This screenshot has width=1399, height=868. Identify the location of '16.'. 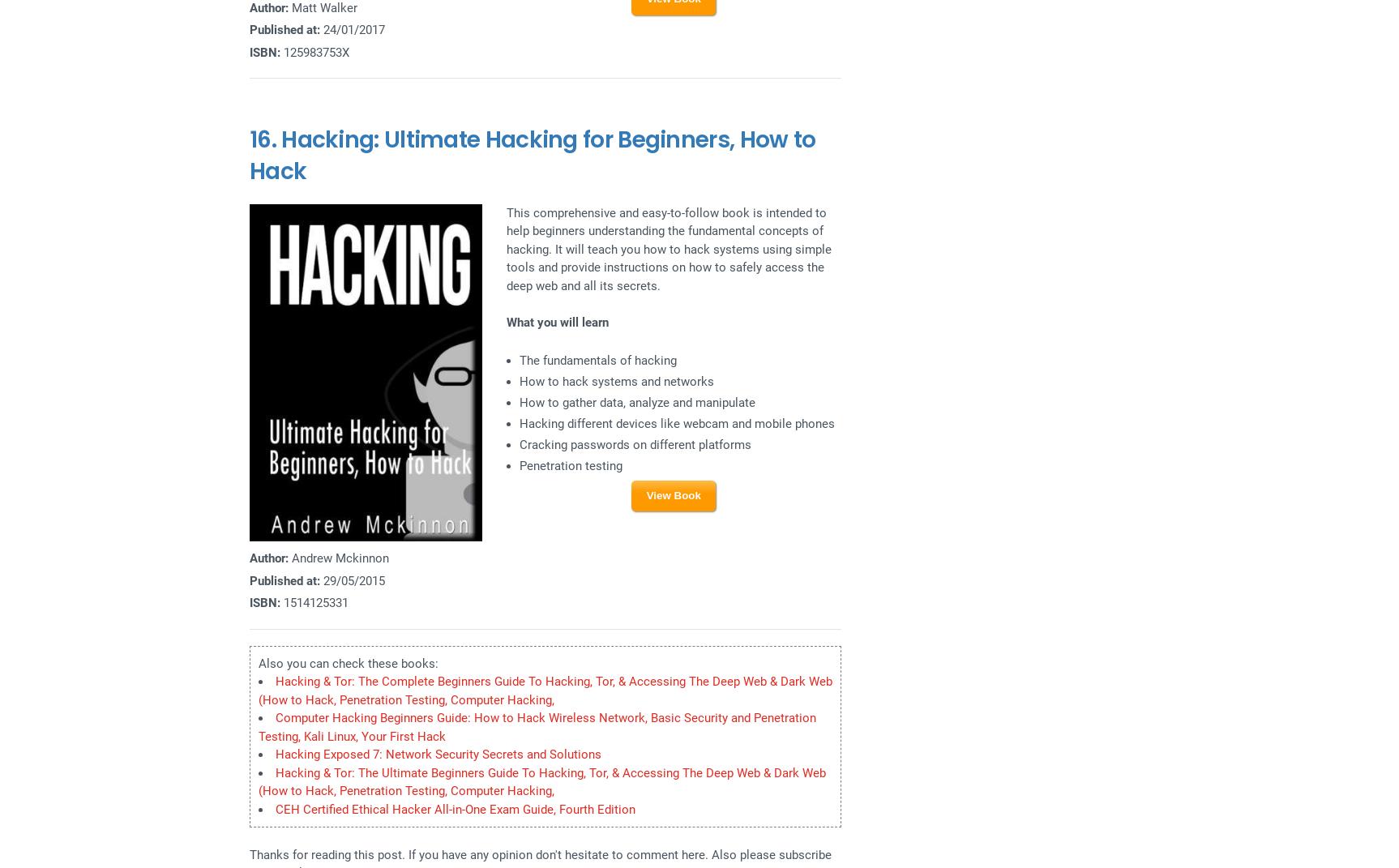
(248, 139).